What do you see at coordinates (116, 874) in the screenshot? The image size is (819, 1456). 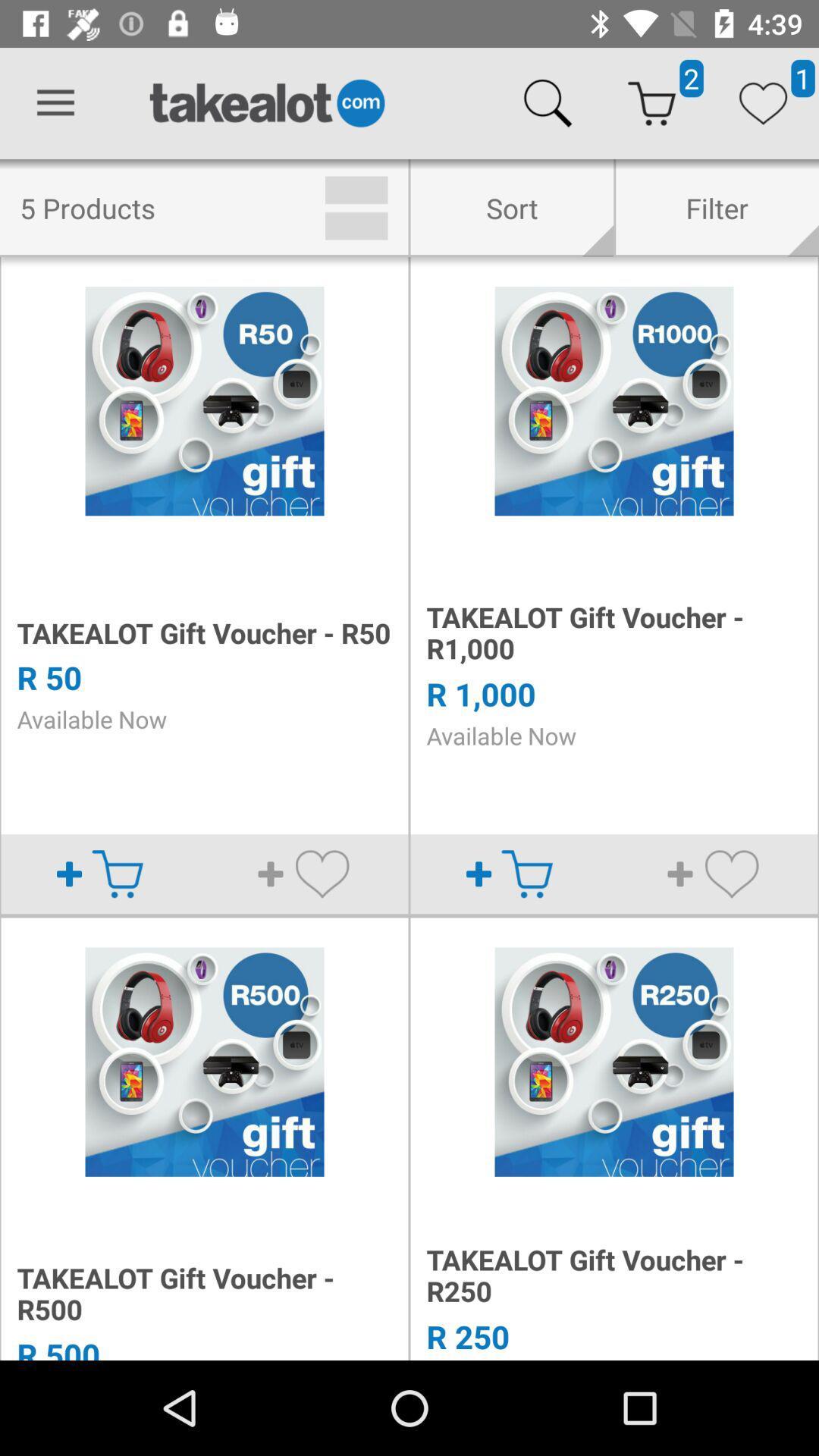 I see `the shopping cart option below r 50` at bounding box center [116, 874].